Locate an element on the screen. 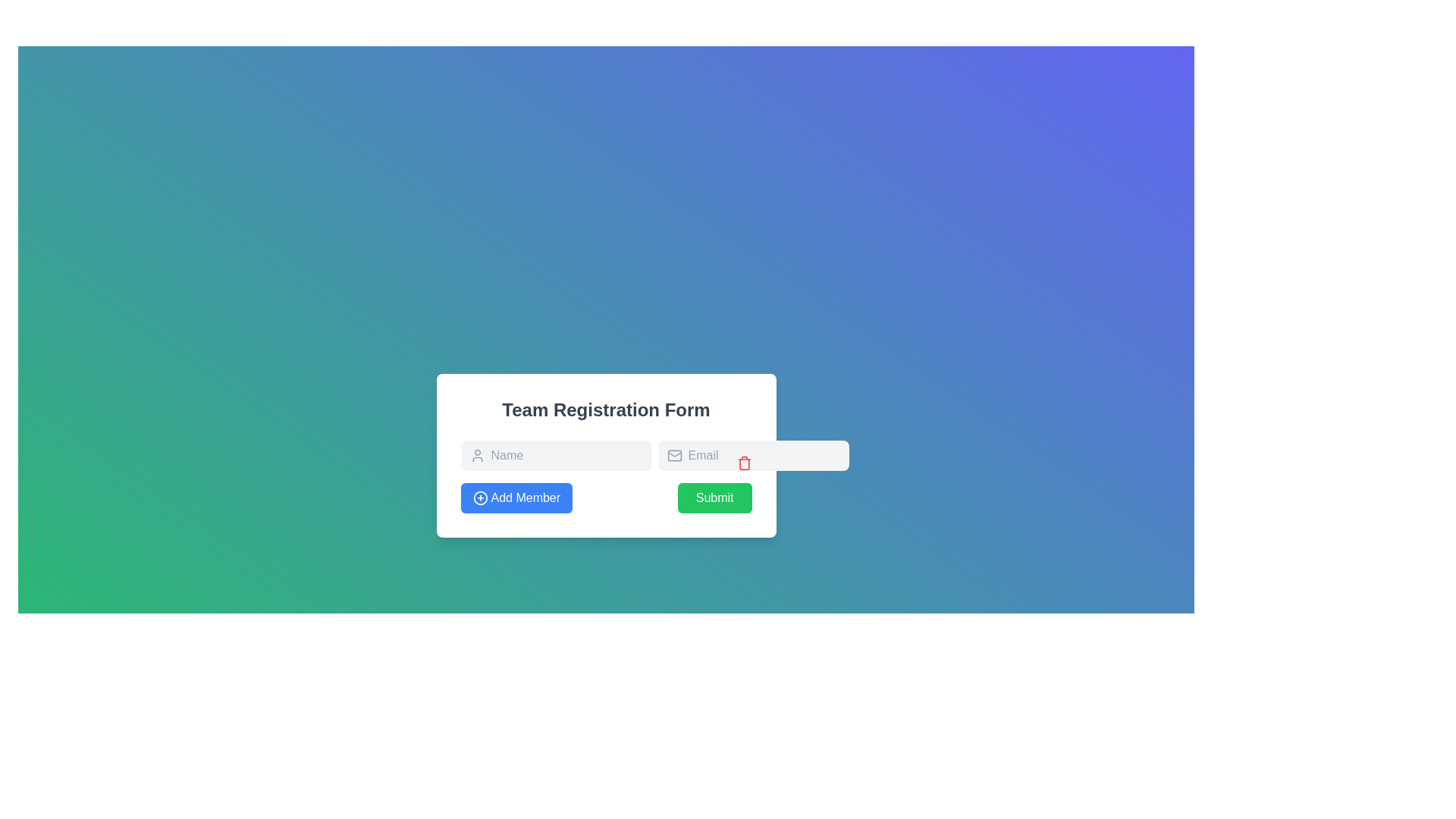 Image resolution: width=1456 pixels, height=819 pixels. the rectangular body part of the envelope icon within the mail icon adjacent to the 'Email' input field in the 'Team Registration Form' is located at coordinates (673, 455).